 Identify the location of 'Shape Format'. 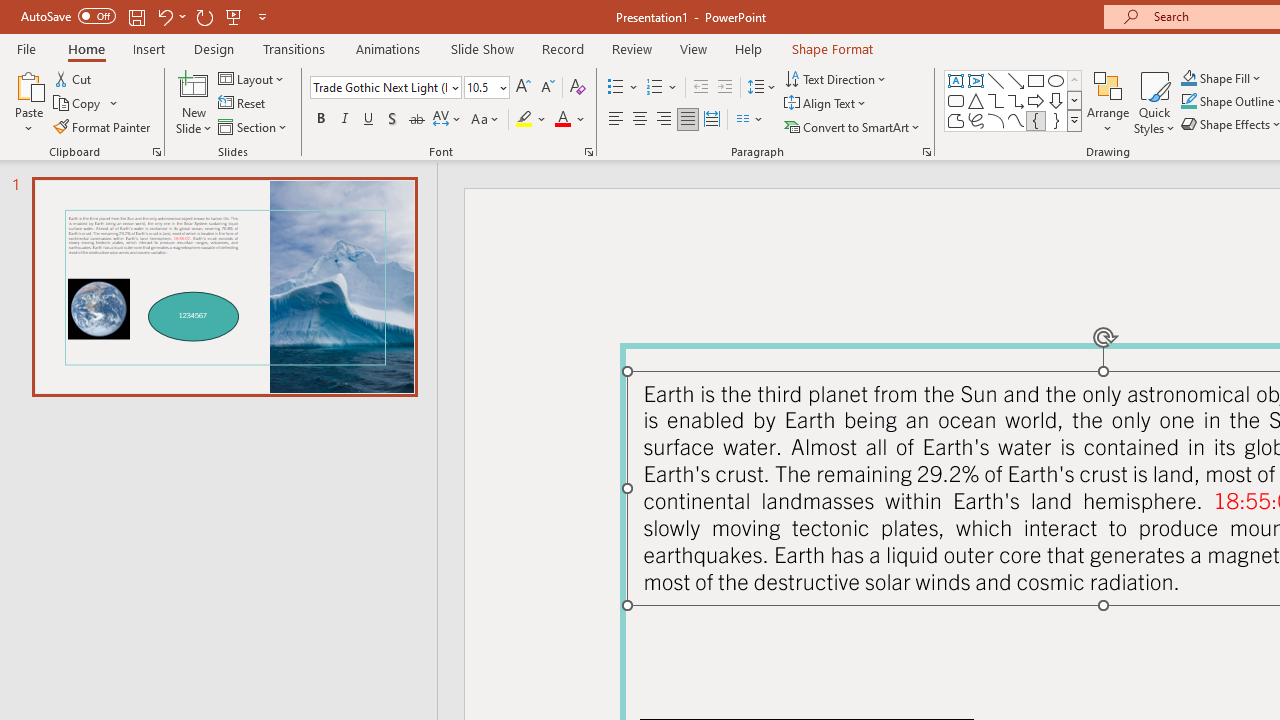
(832, 48).